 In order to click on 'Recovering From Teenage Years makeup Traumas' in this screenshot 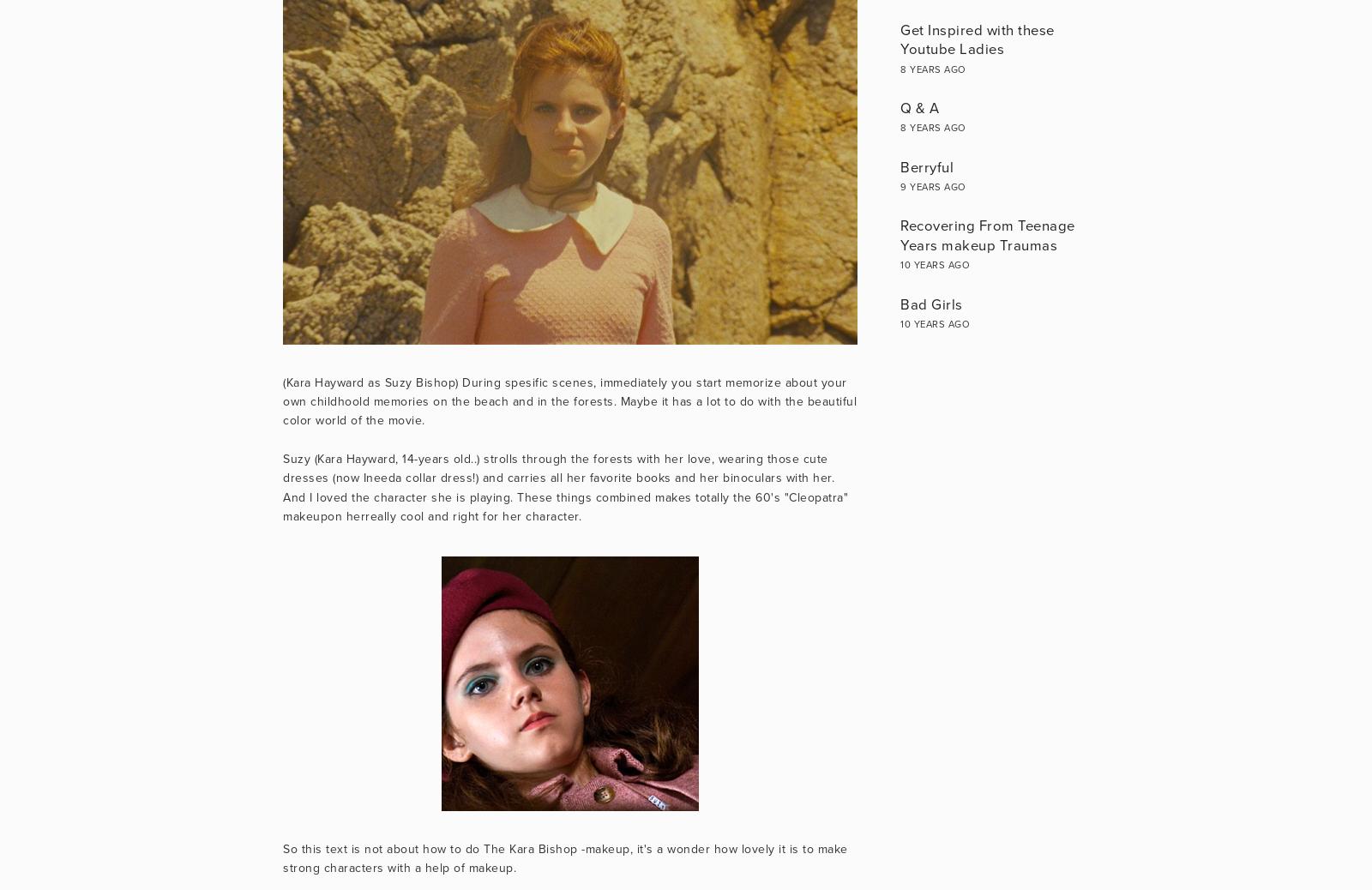, I will do `click(987, 235)`.